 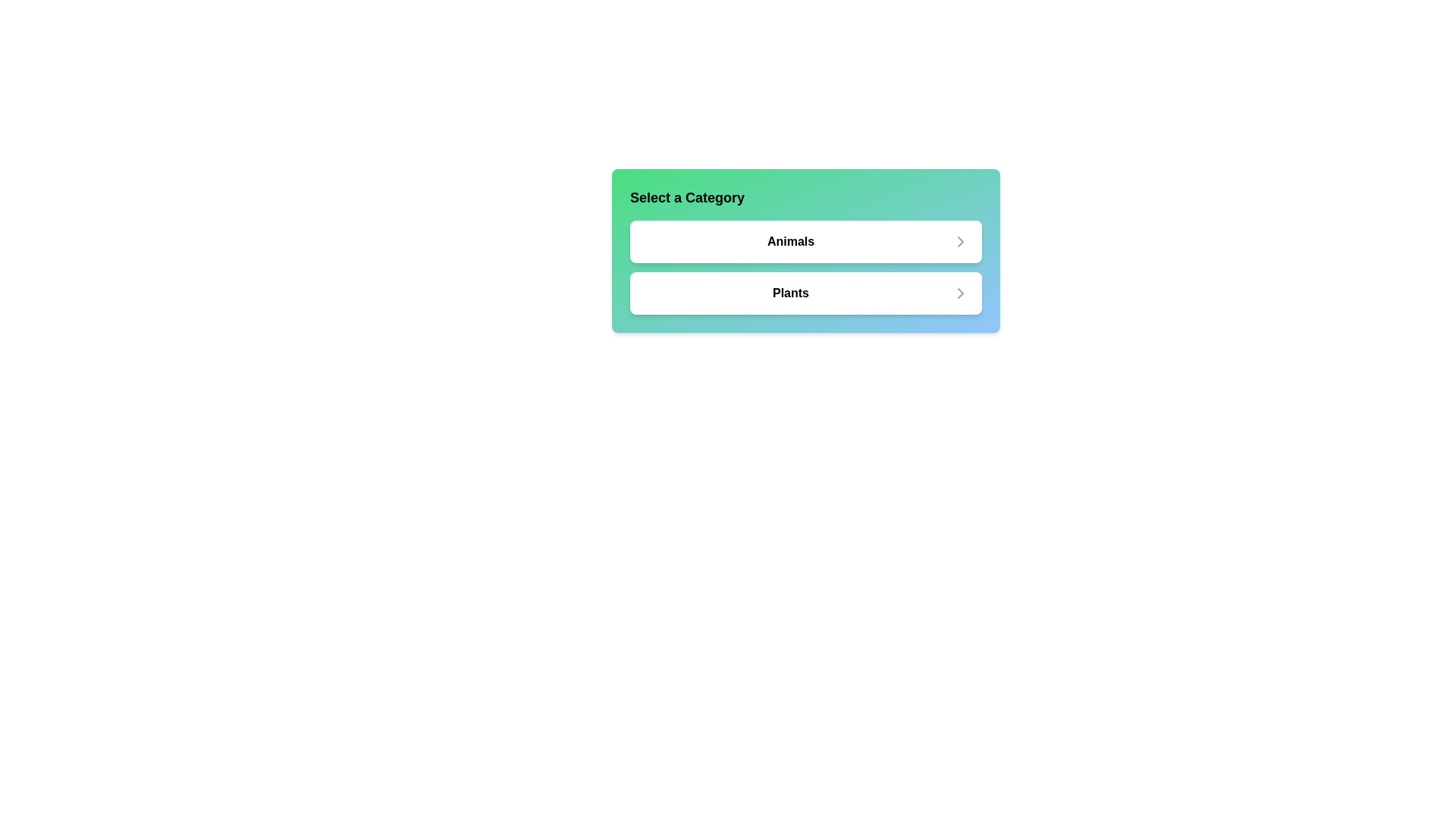 I want to click on the arrow icon, so click(x=960, y=241).